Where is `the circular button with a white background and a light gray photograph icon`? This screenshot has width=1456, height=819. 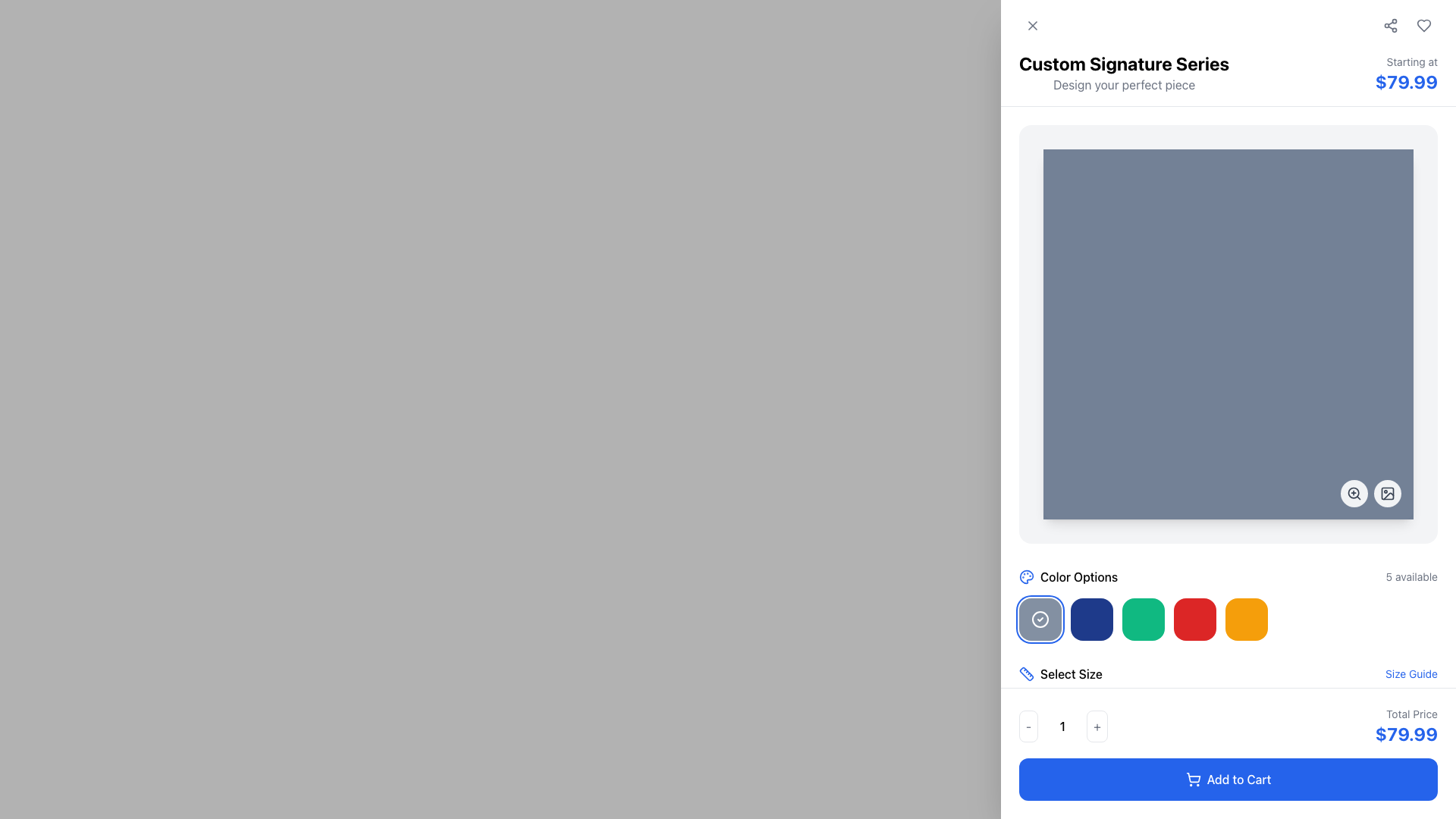
the circular button with a white background and a light gray photograph icon is located at coordinates (1387, 494).